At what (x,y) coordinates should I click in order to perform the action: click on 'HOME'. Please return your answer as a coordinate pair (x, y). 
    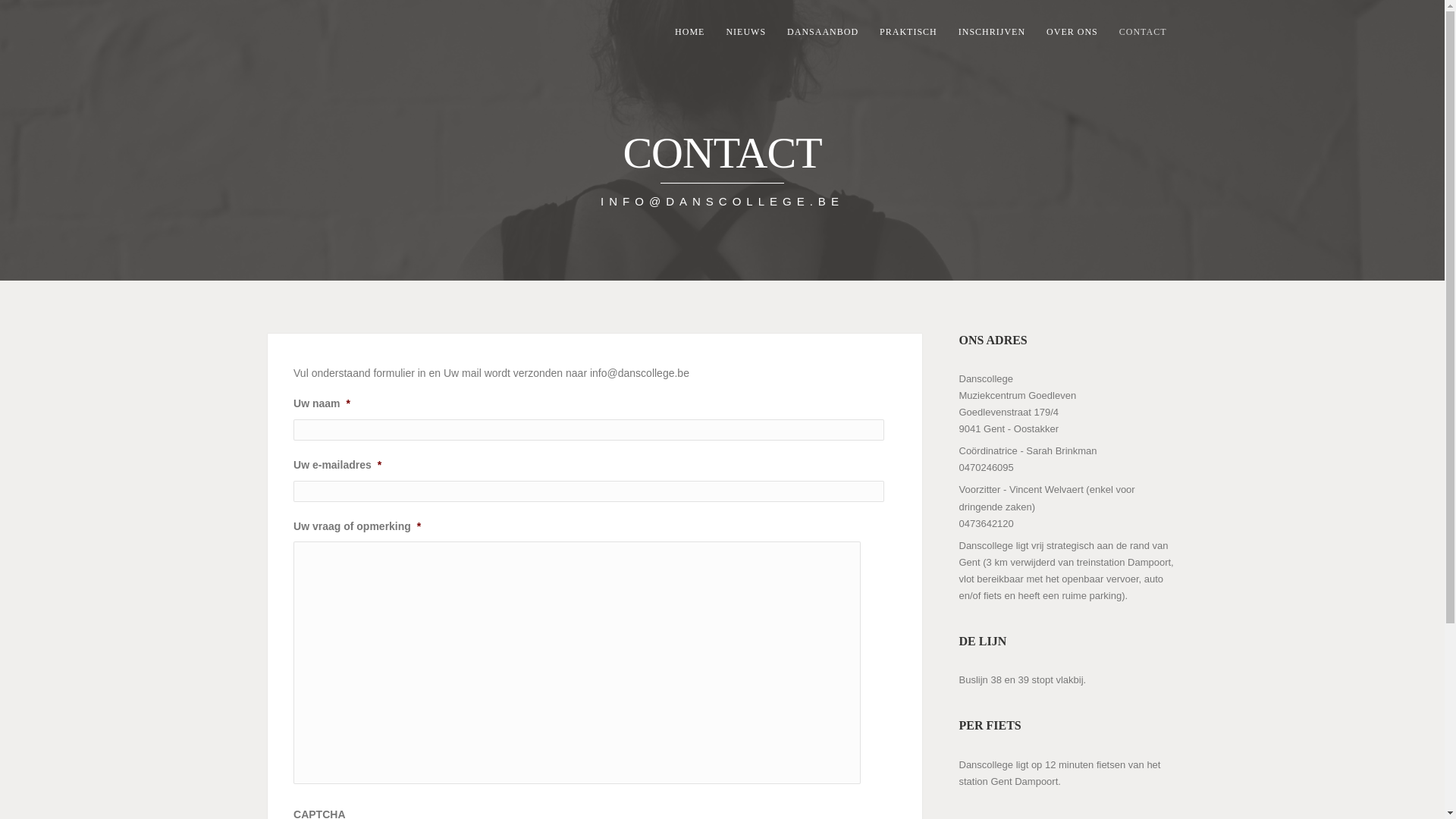
    Looking at the image, I should click on (664, 32).